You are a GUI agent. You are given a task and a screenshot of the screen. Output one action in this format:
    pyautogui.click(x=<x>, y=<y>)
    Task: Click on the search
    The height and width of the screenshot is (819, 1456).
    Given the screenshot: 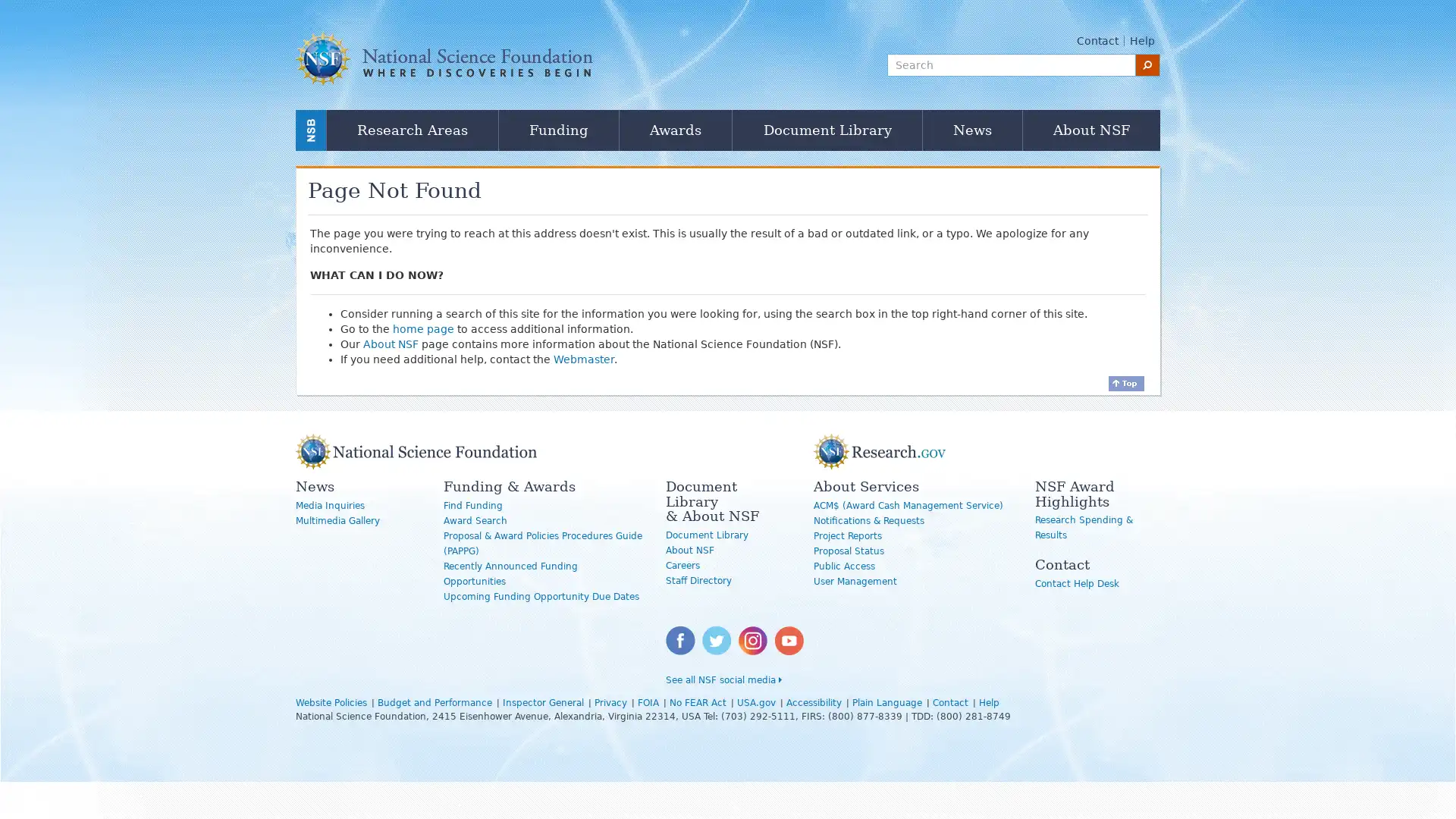 What is the action you would take?
    pyautogui.click(x=1147, y=64)
    